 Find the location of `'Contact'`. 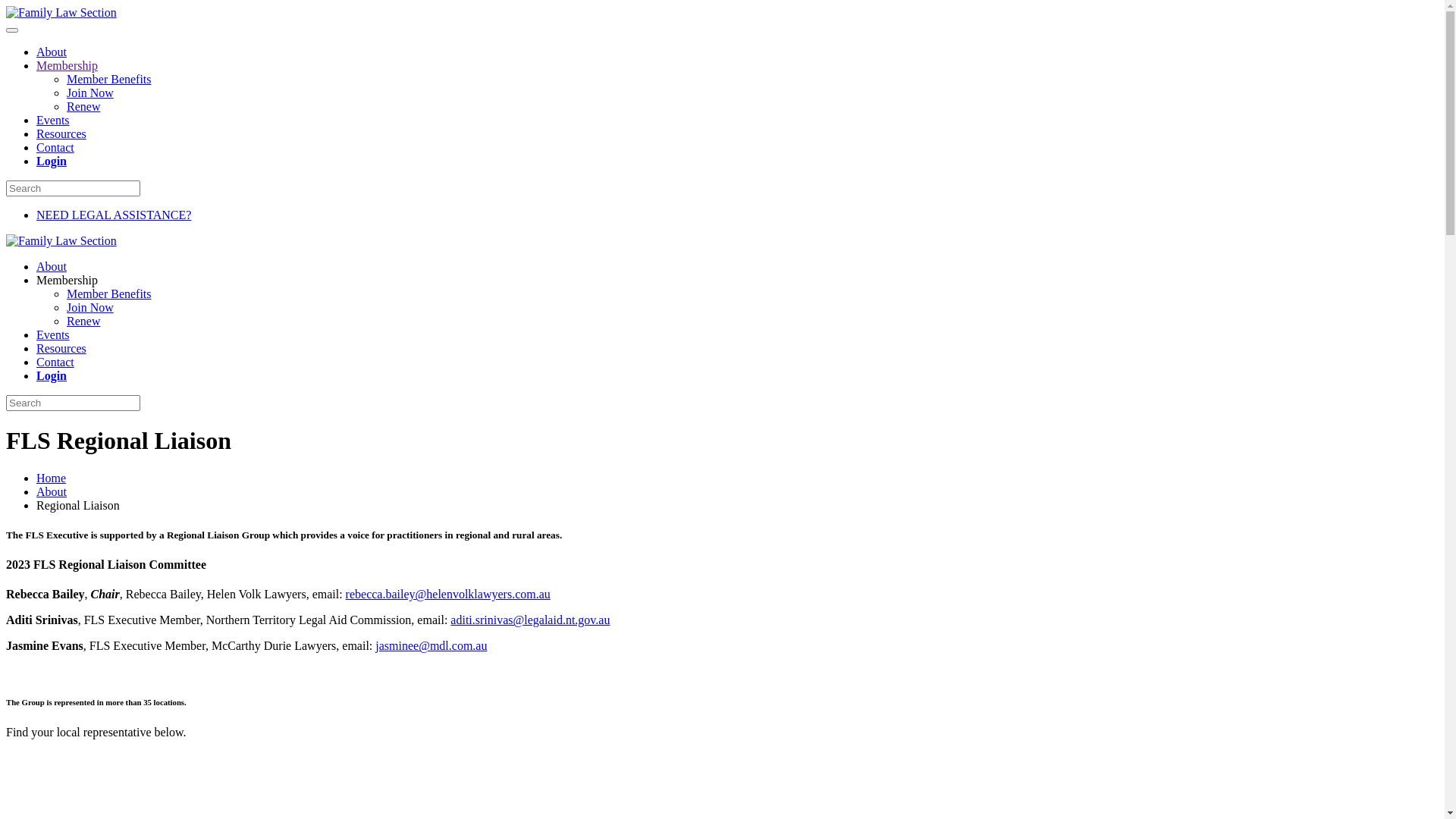

'Contact' is located at coordinates (55, 147).